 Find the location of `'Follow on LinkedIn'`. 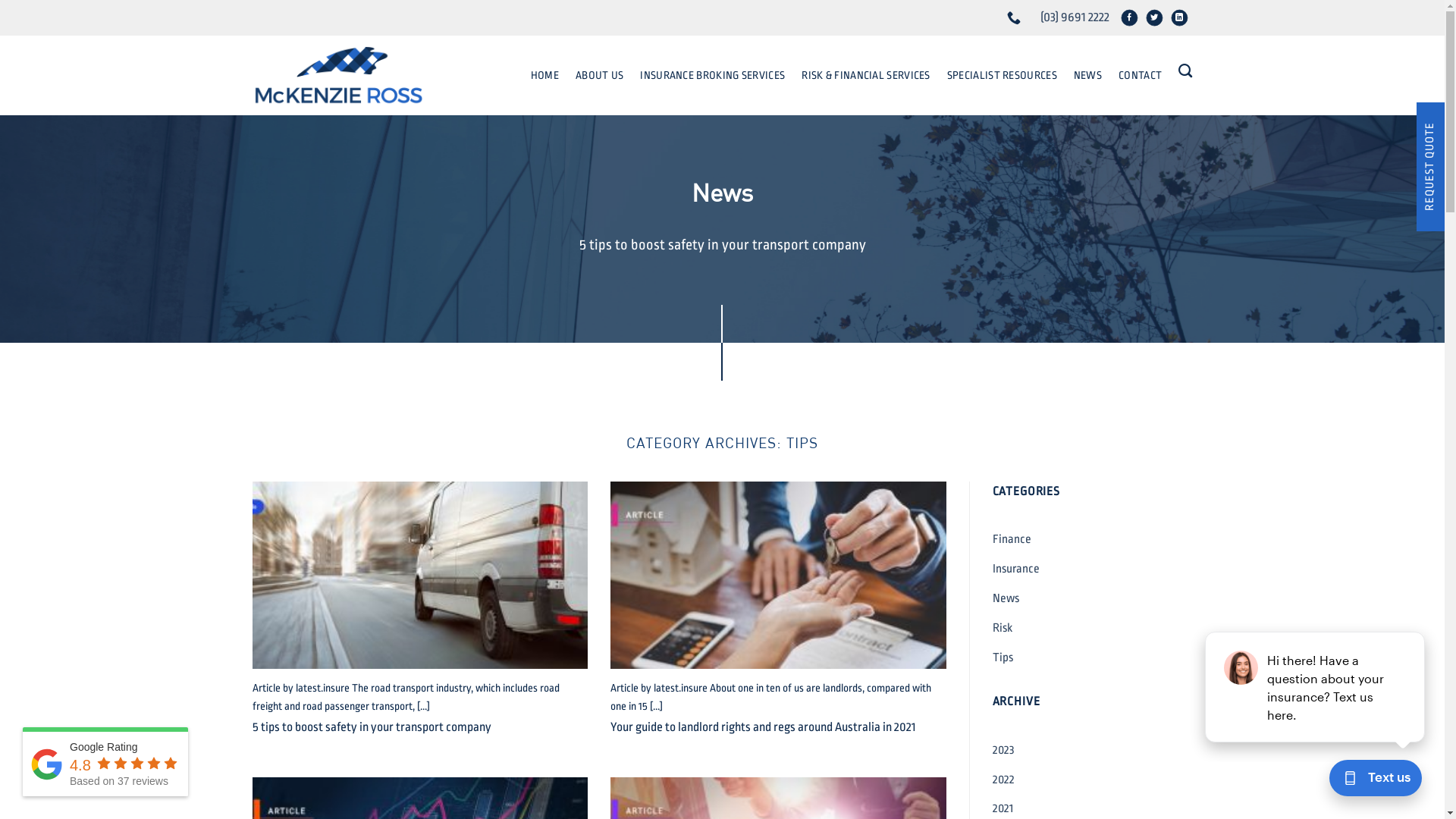

'Follow on LinkedIn' is located at coordinates (1182, 20).